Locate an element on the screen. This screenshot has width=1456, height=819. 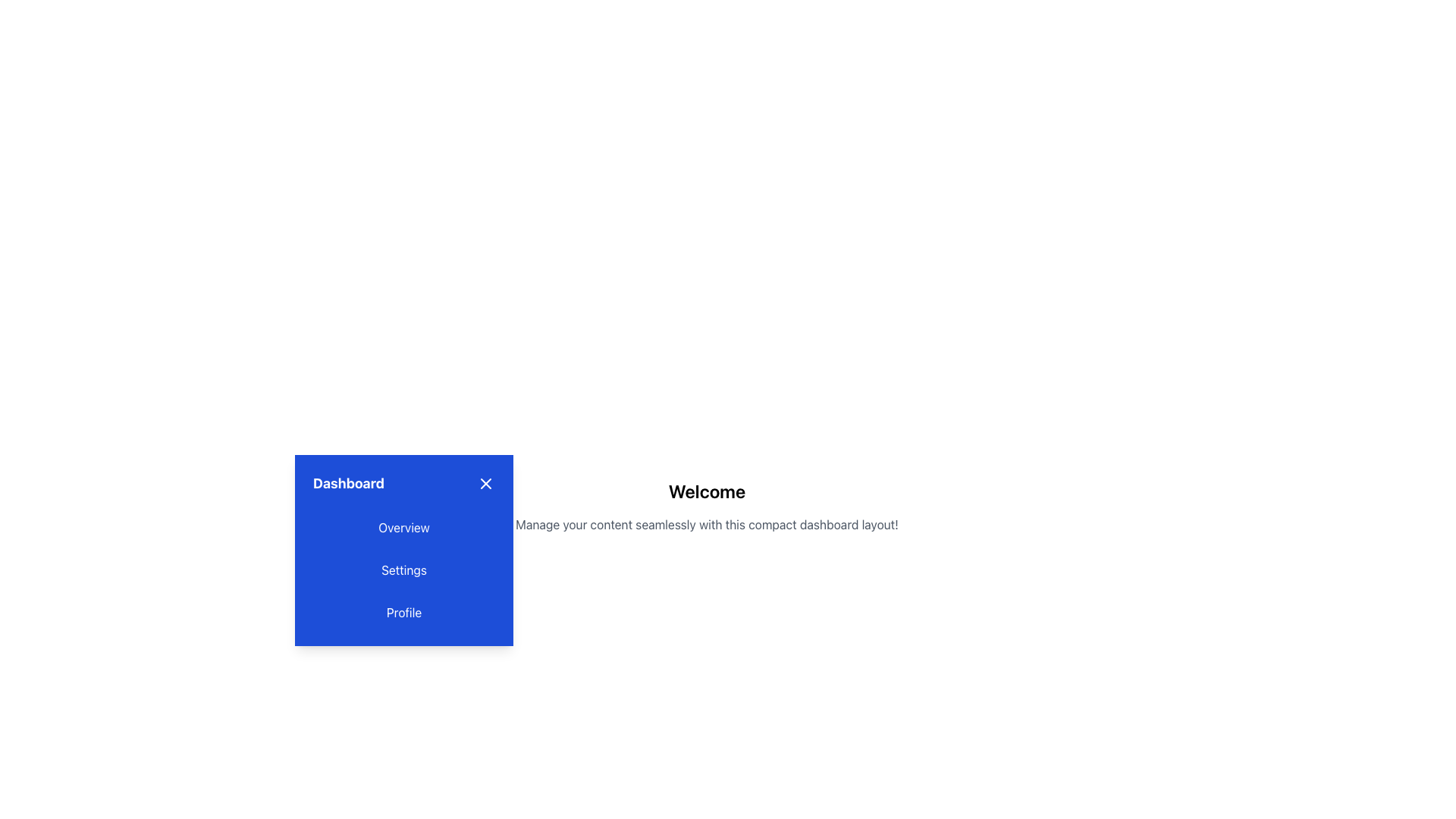
the 'Profile' link, which is styled with white text on a blue background and is located at the bottom of the vertical list is located at coordinates (403, 611).